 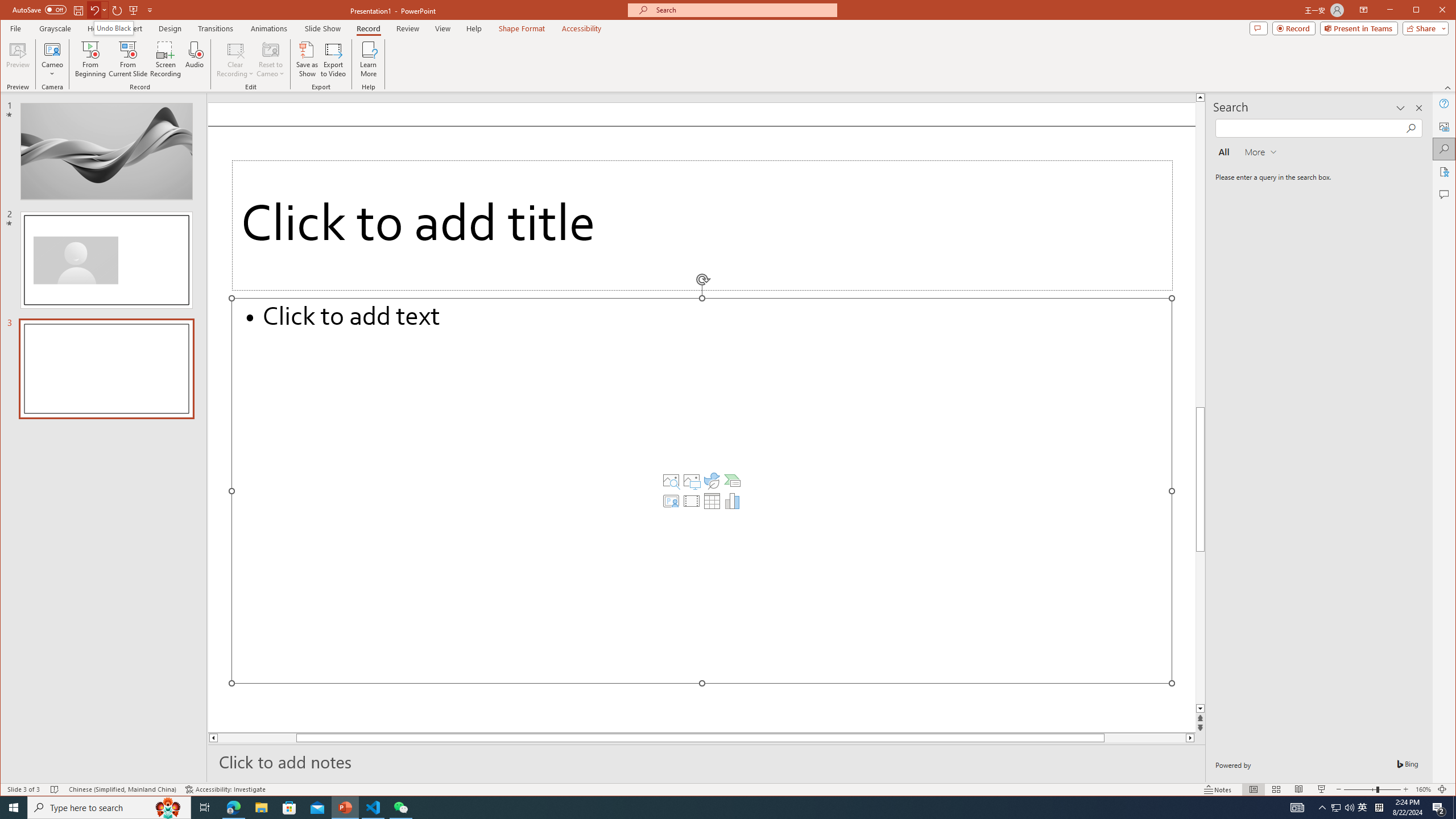 I want to click on 'Save as Show', so click(x=308, y=59).